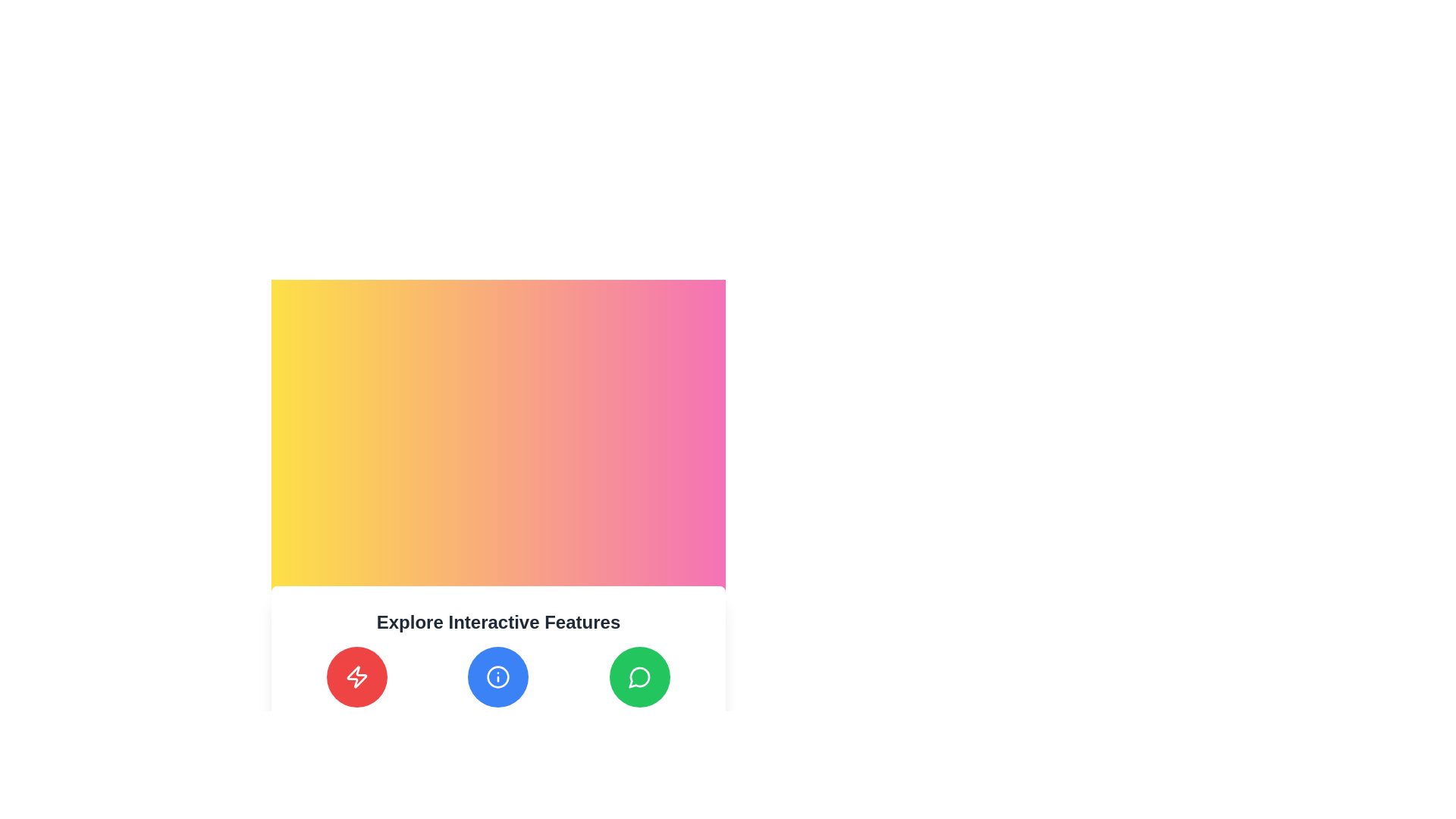  I want to click on the blue circular button with a white-bordered 'info' icon, so click(498, 689).